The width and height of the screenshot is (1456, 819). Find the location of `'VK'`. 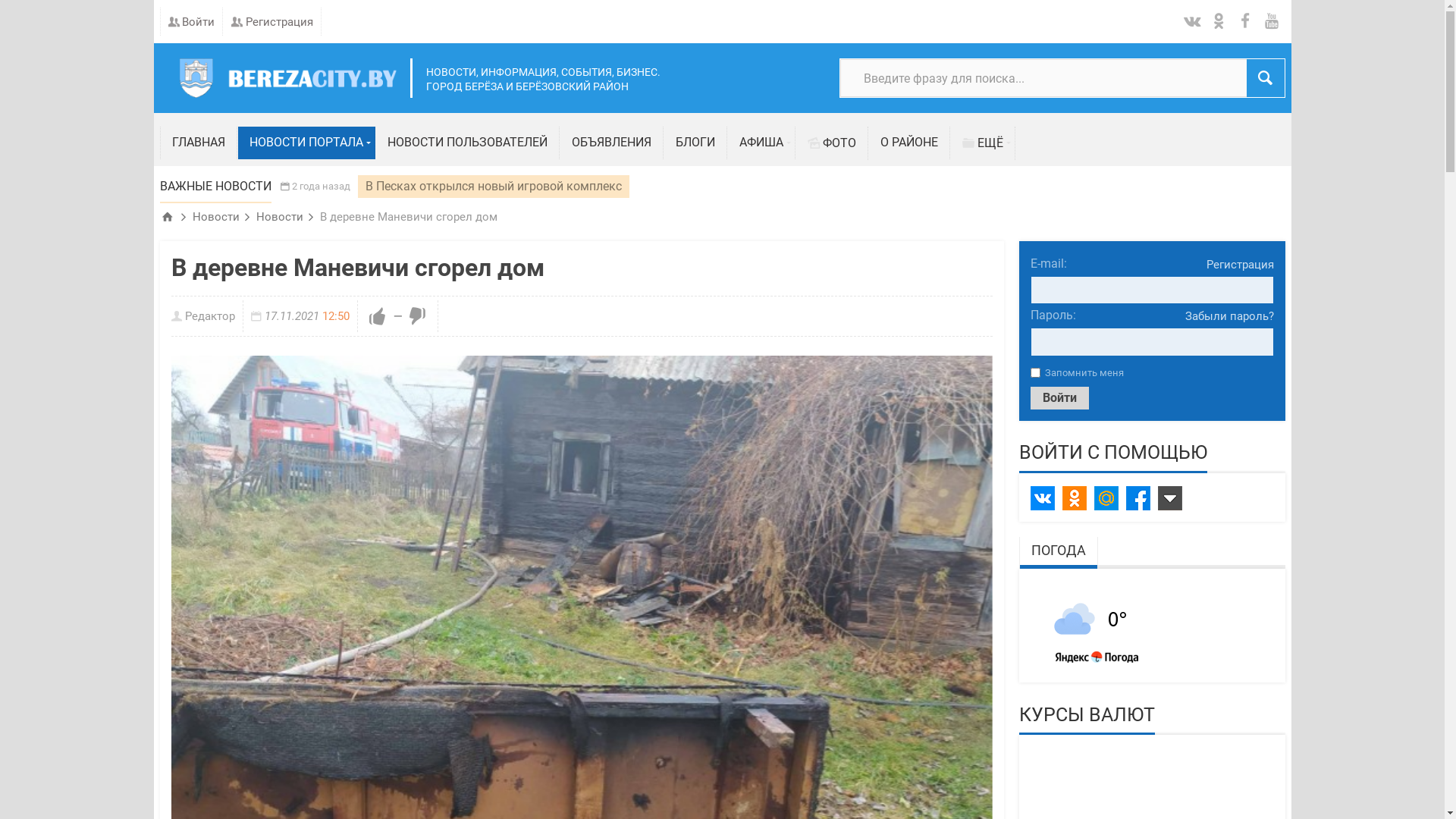

'VK' is located at coordinates (1040, 497).